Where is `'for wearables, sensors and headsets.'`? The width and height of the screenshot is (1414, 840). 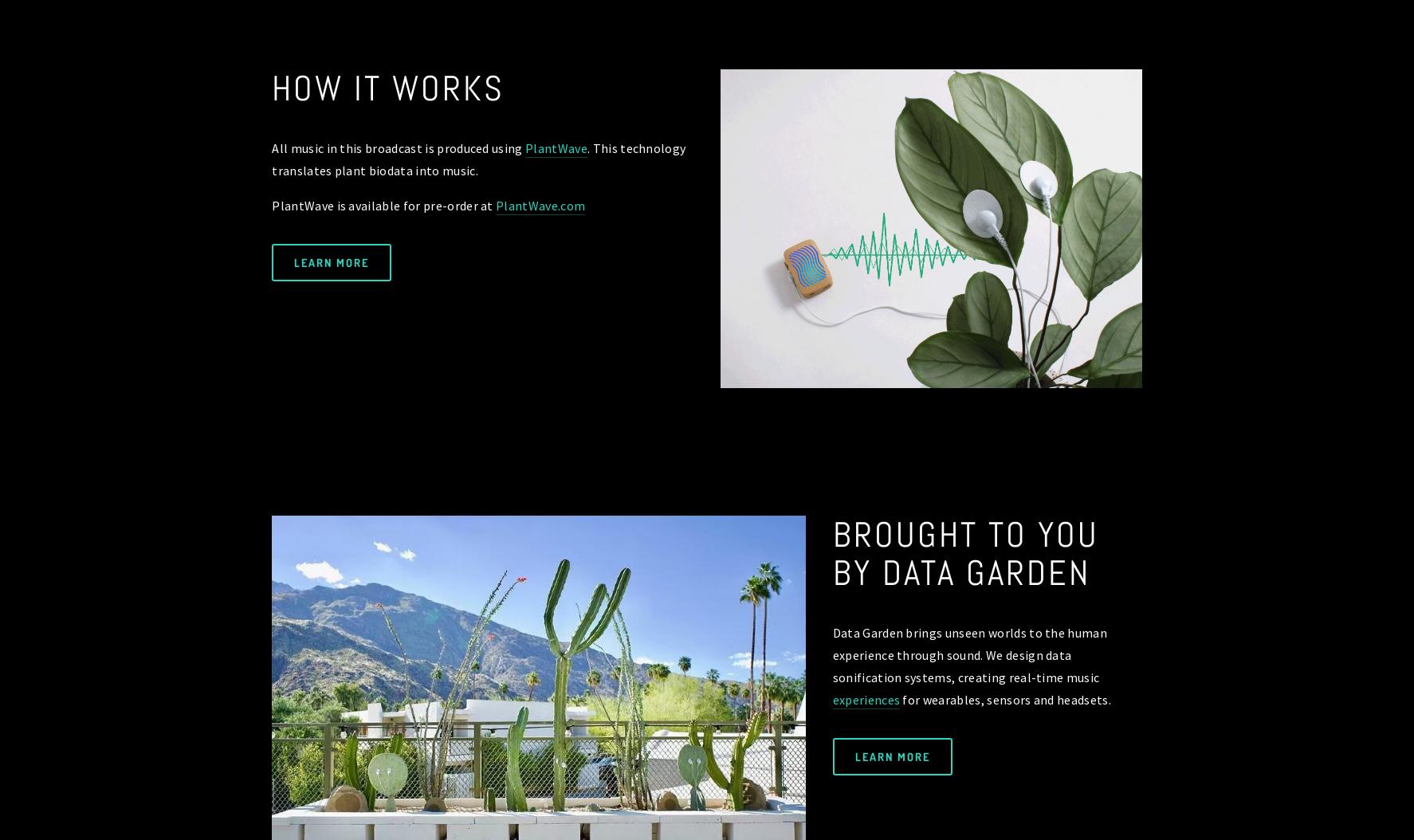 'for wearables, sensors and headsets.' is located at coordinates (1004, 699).